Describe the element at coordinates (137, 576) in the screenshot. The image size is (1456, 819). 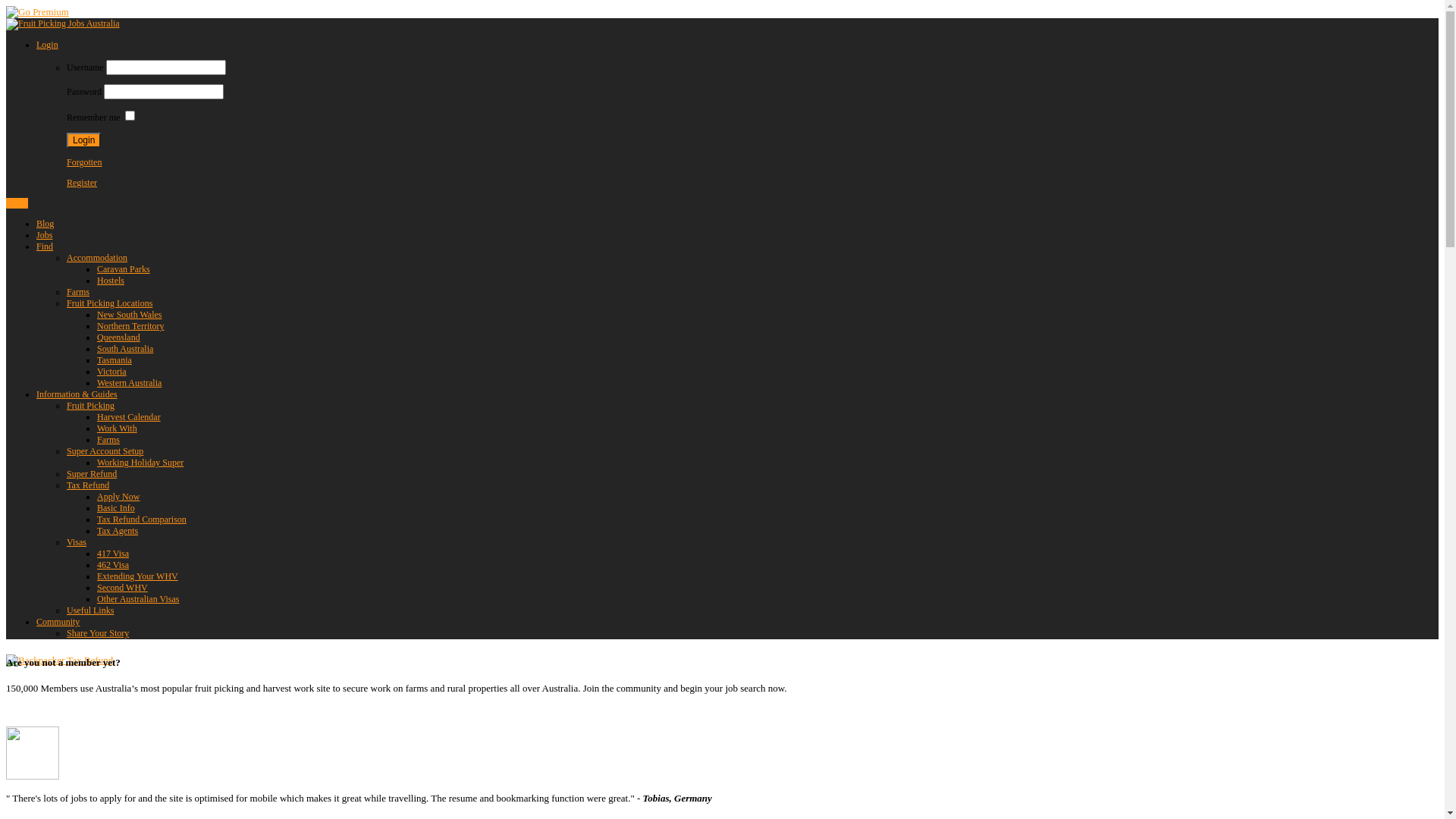
I see `'Extending Your WHV'` at that location.